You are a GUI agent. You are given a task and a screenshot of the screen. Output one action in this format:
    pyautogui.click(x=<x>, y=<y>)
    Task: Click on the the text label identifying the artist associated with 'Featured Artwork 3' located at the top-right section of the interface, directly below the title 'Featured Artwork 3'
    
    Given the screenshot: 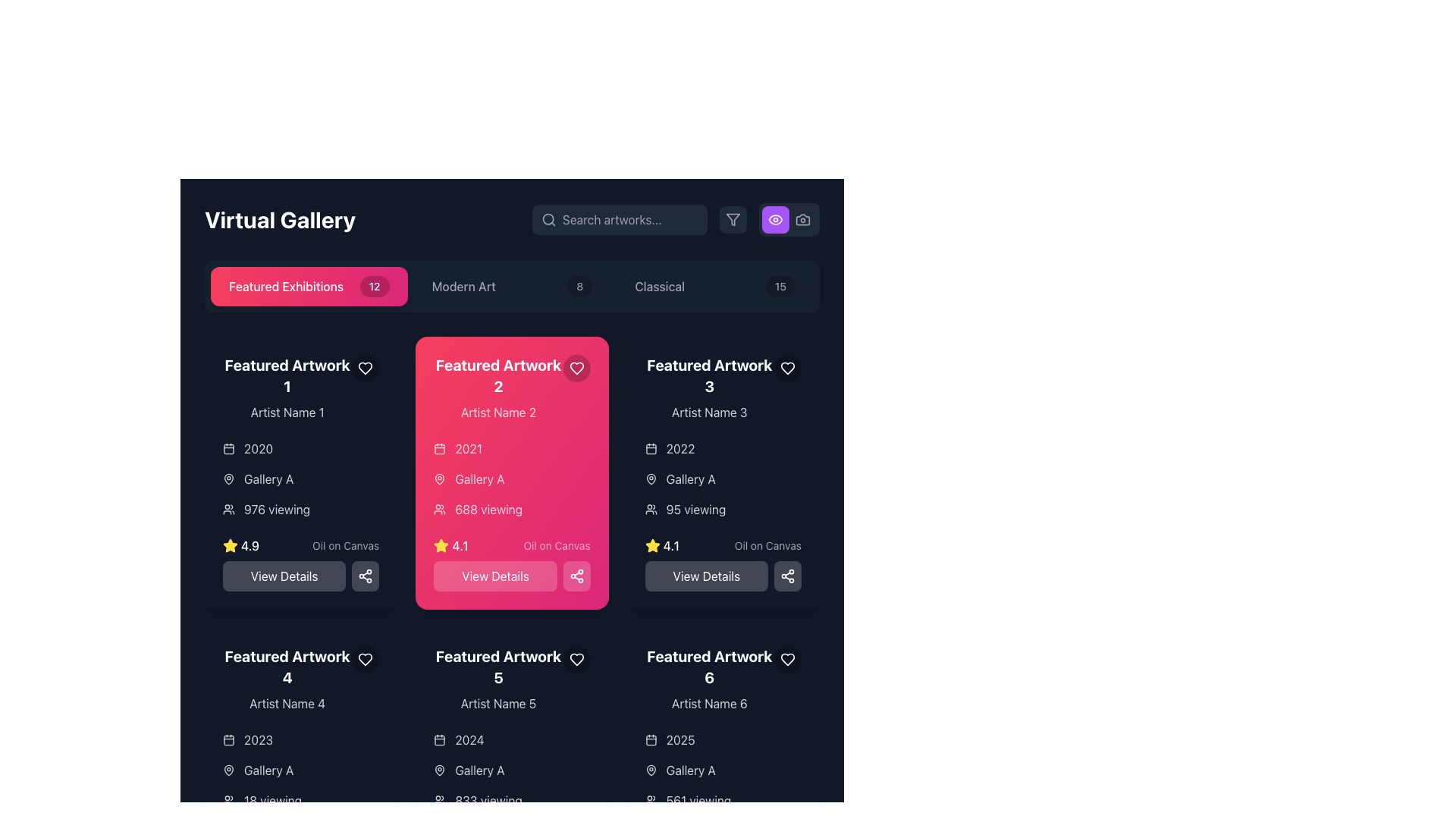 What is the action you would take?
    pyautogui.click(x=708, y=412)
    